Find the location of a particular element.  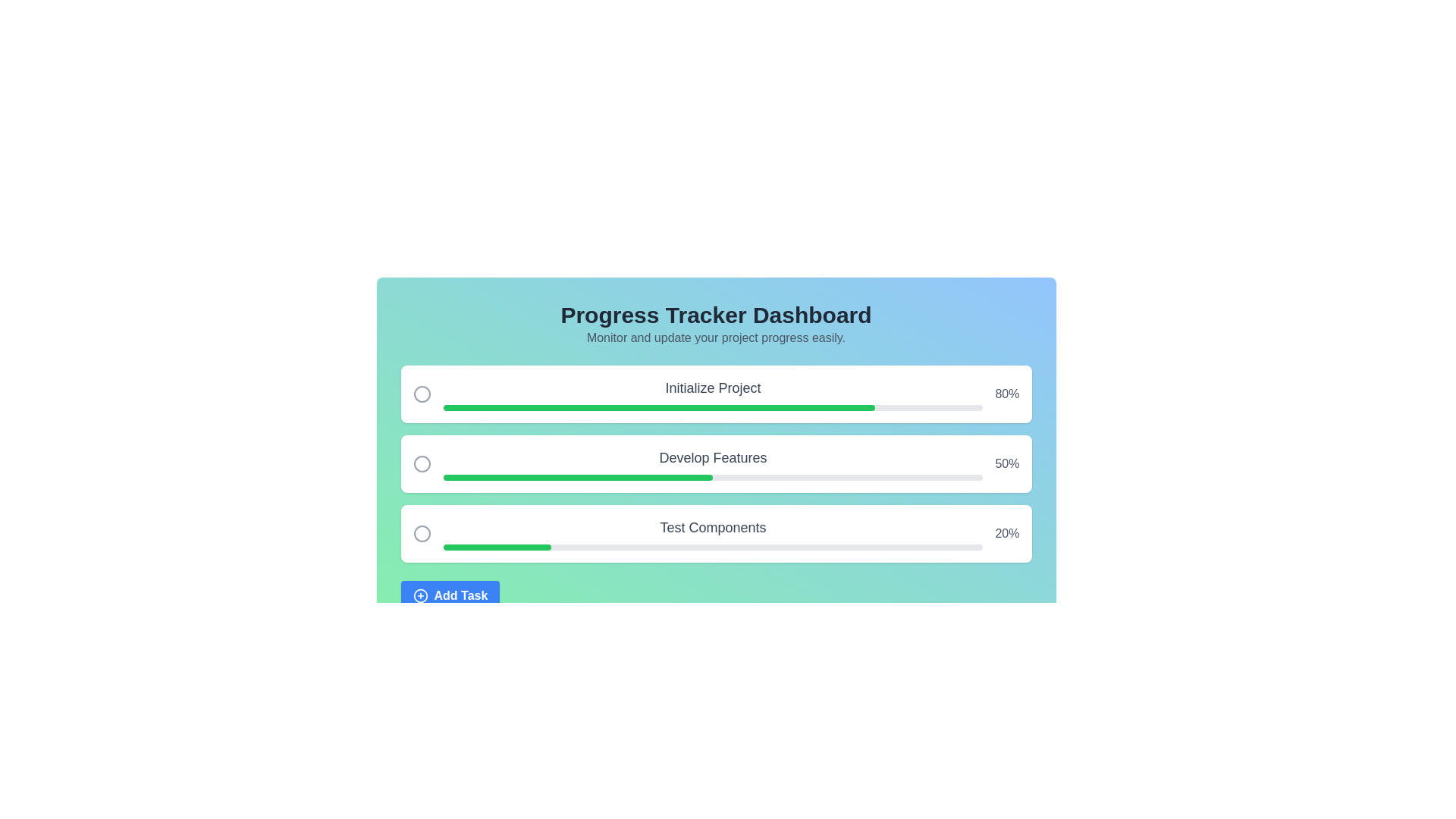

the icon located on the left side of the 'Add Task' button is located at coordinates (420, 595).